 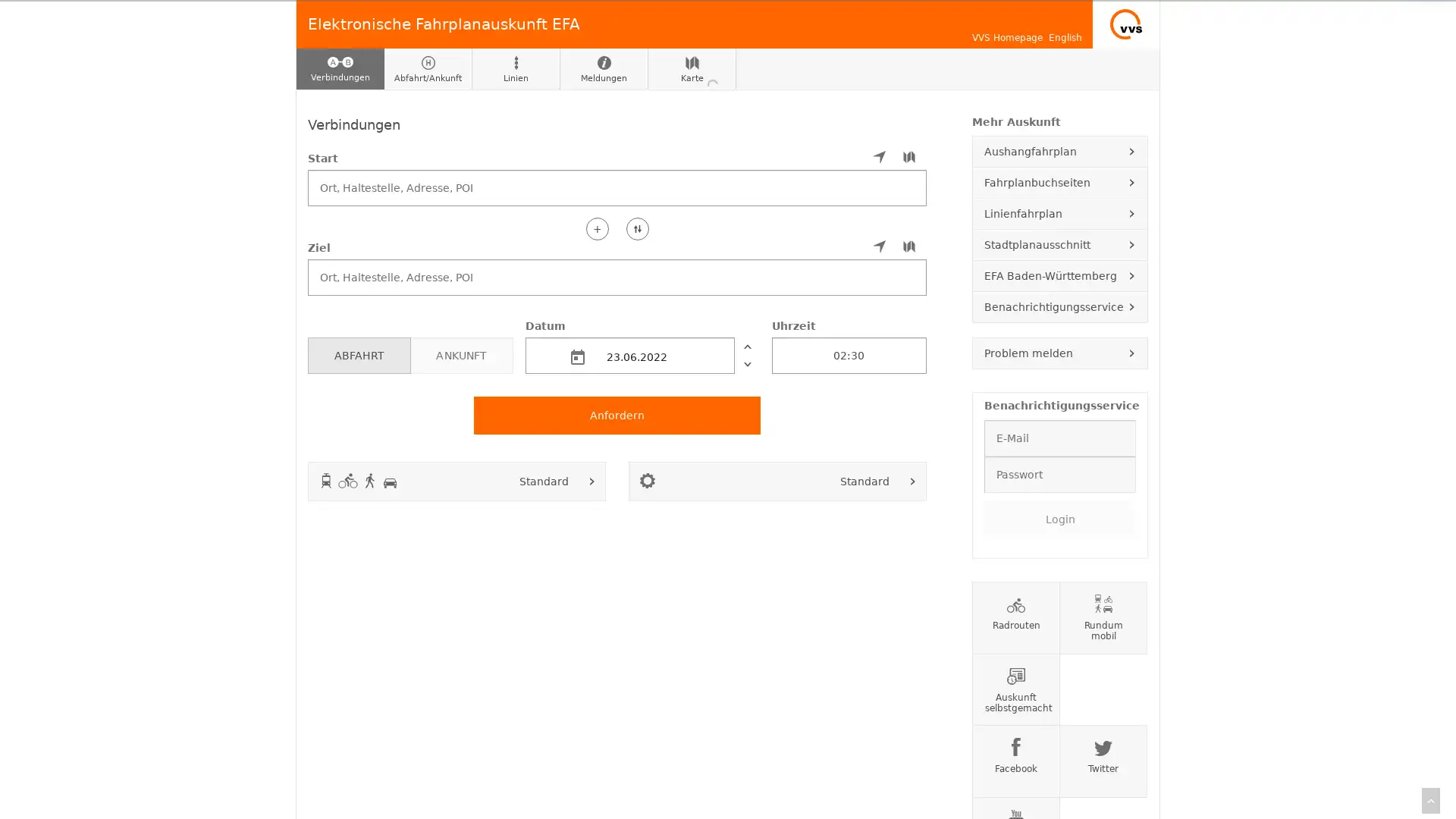 I want to click on Login, so click(x=1059, y=517).